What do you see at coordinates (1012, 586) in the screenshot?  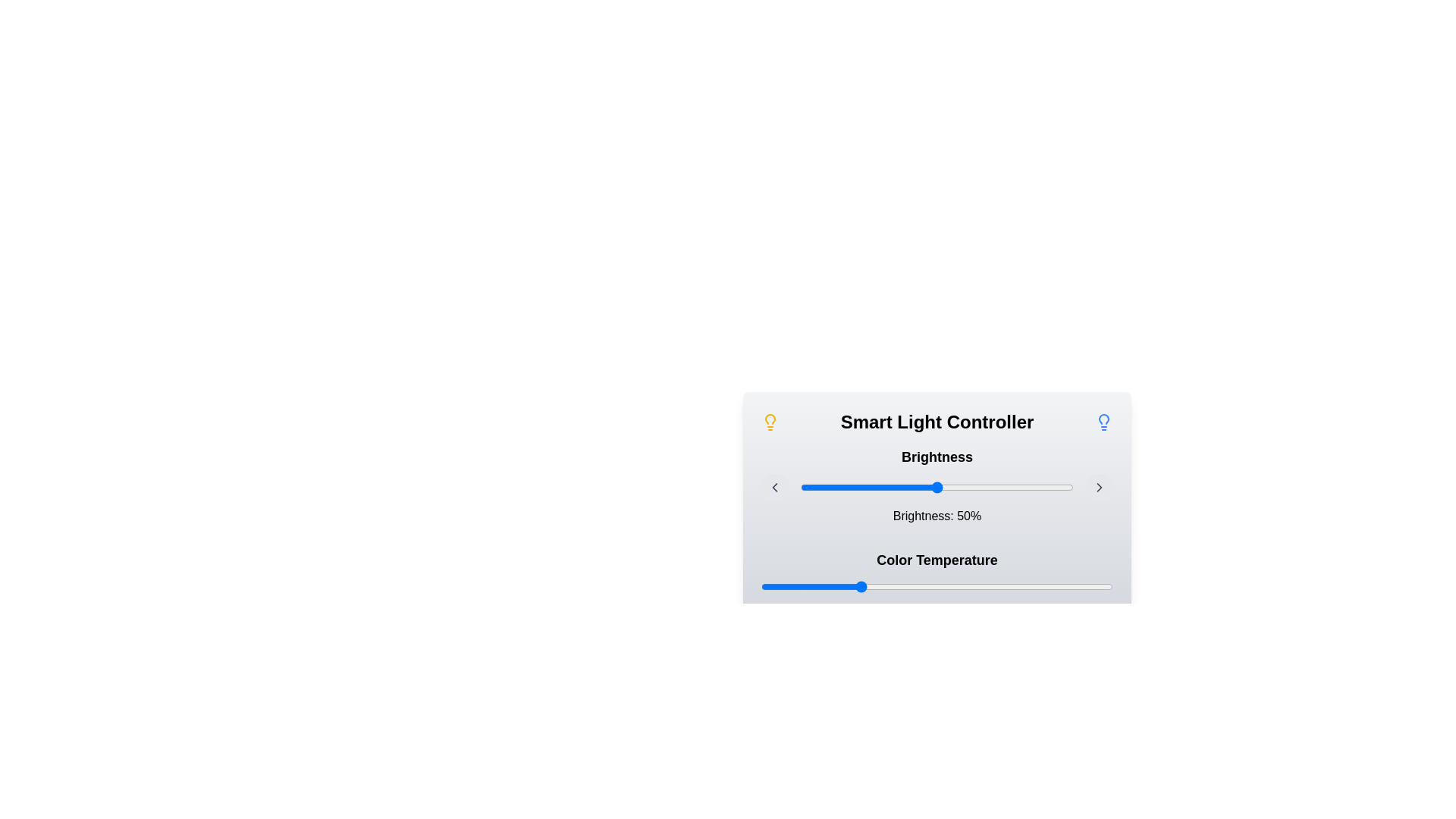 I see `color temperature` at bounding box center [1012, 586].